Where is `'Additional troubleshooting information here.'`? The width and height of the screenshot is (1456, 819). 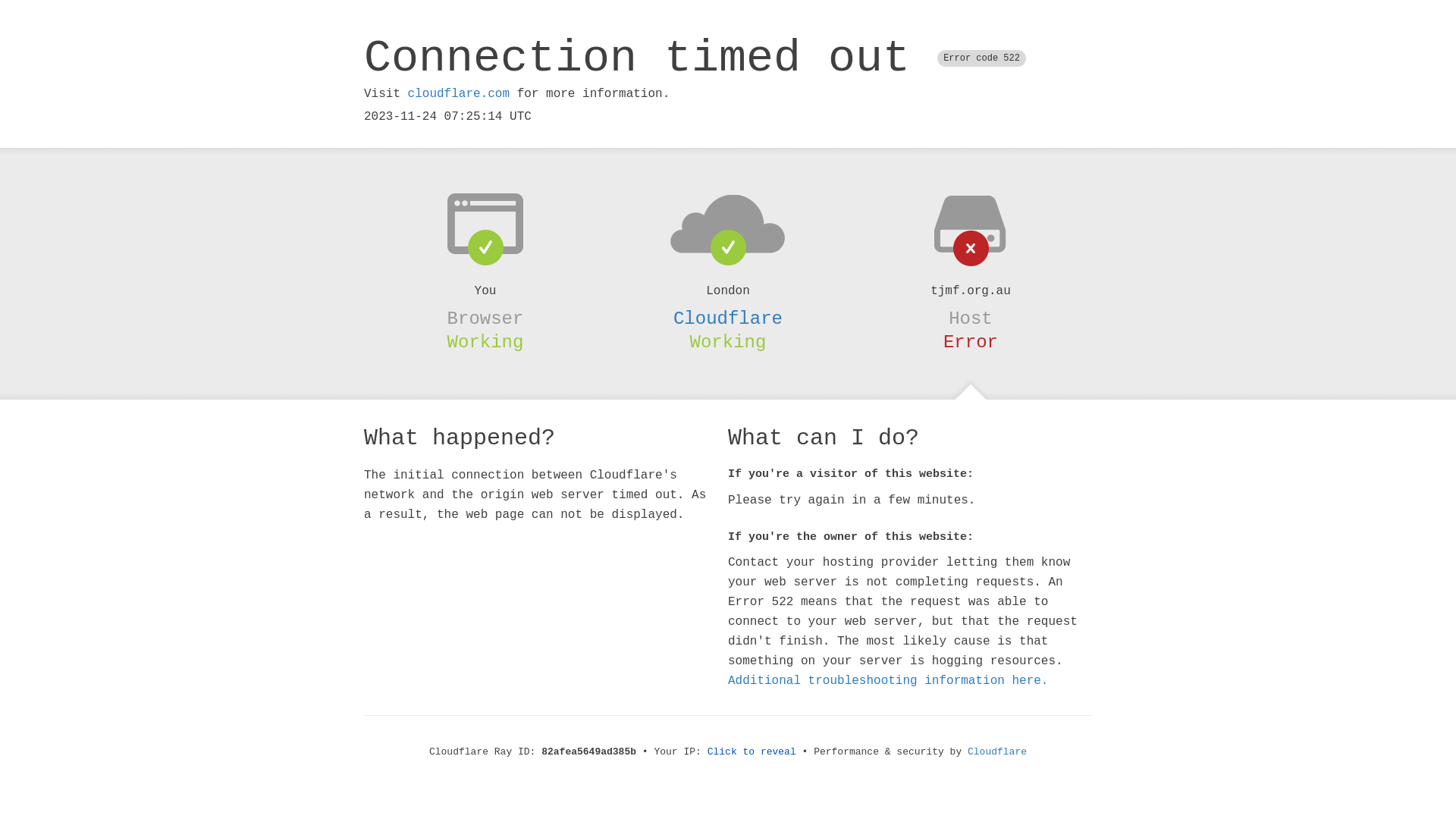 'Additional troubleshooting information here.' is located at coordinates (728, 680).